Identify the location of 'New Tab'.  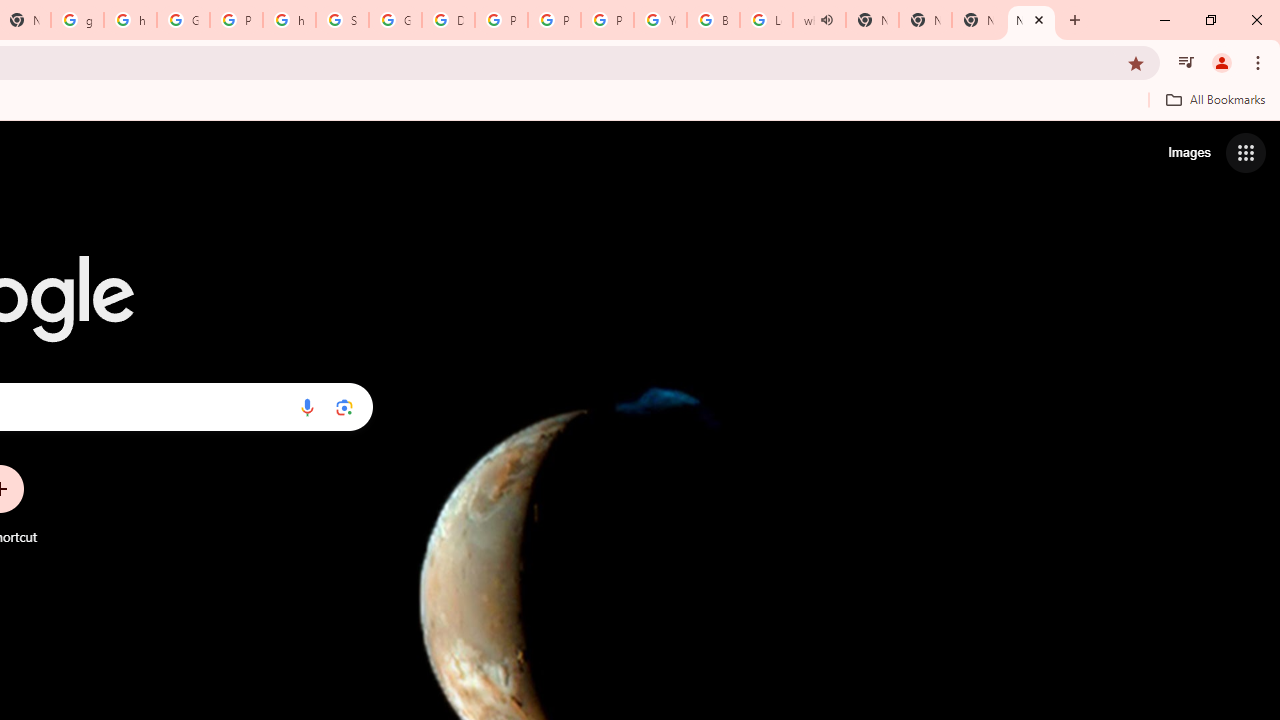
(978, 20).